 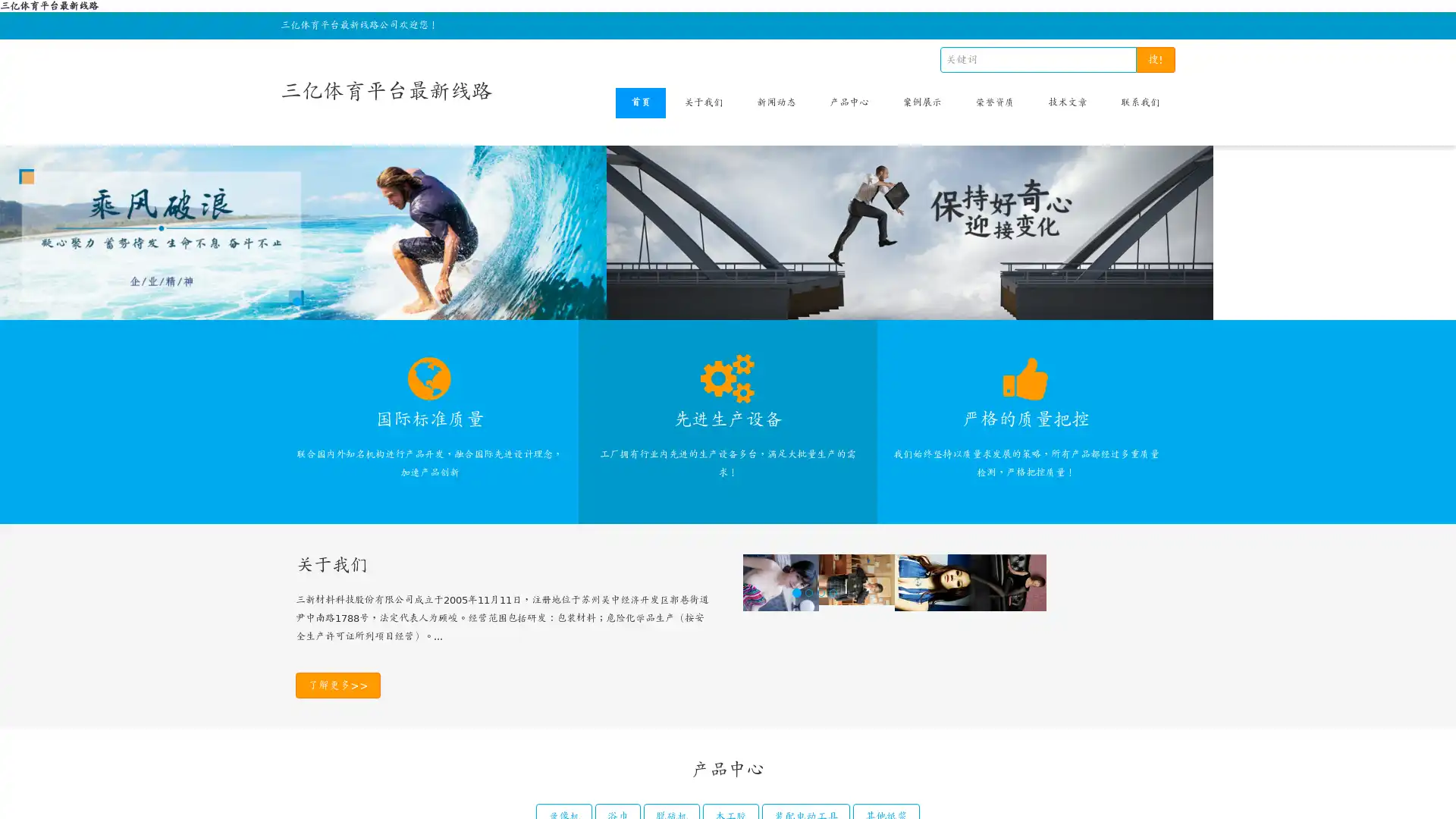 What do you see at coordinates (1155, 58) in the screenshot?
I see `!` at bounding box center [1155, 58].